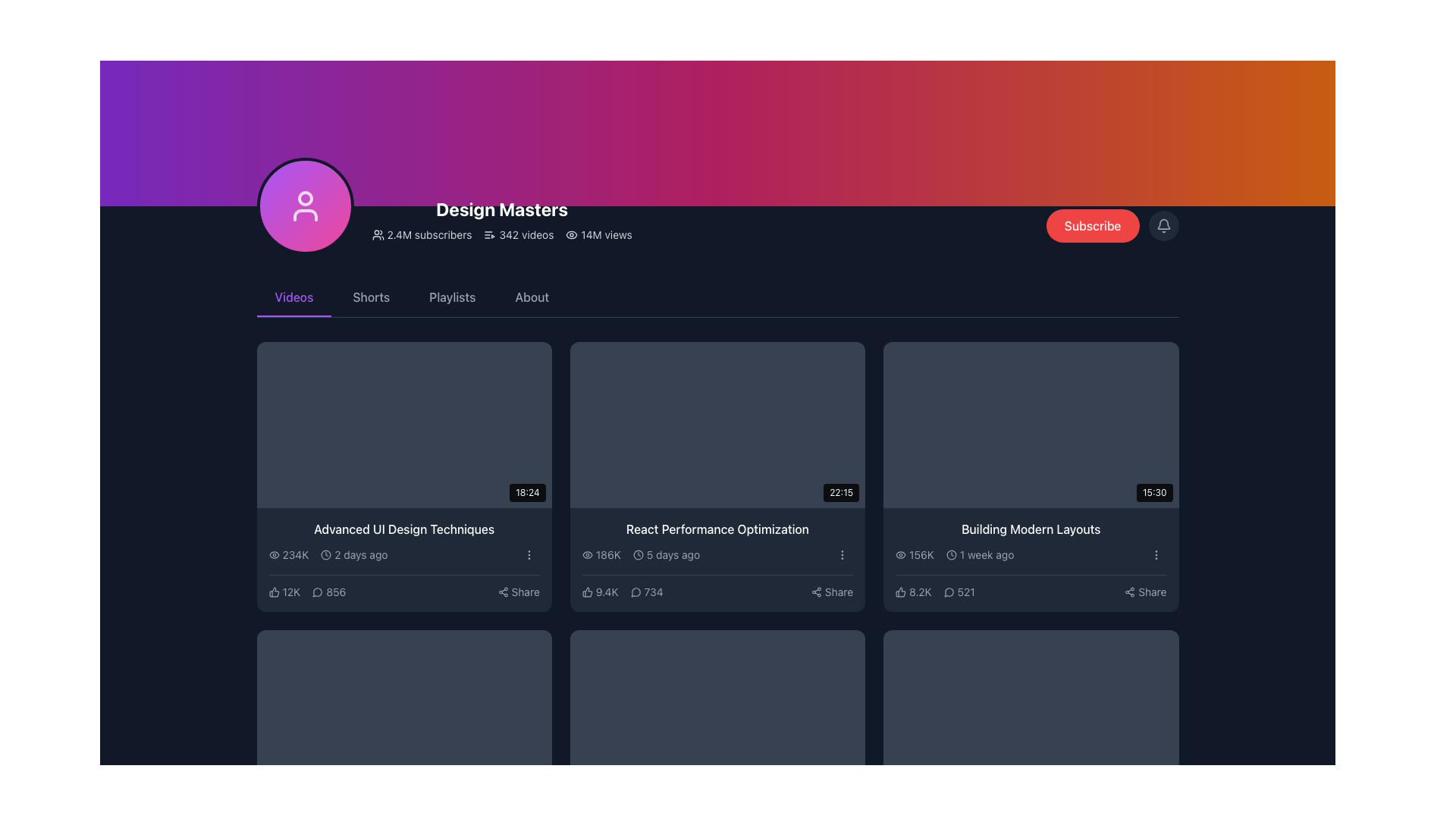  Describe the element at coordinates (1093, 225) in the screenshot. I see `the 'Subscribe' button with a red background and rounded edges` at that location.